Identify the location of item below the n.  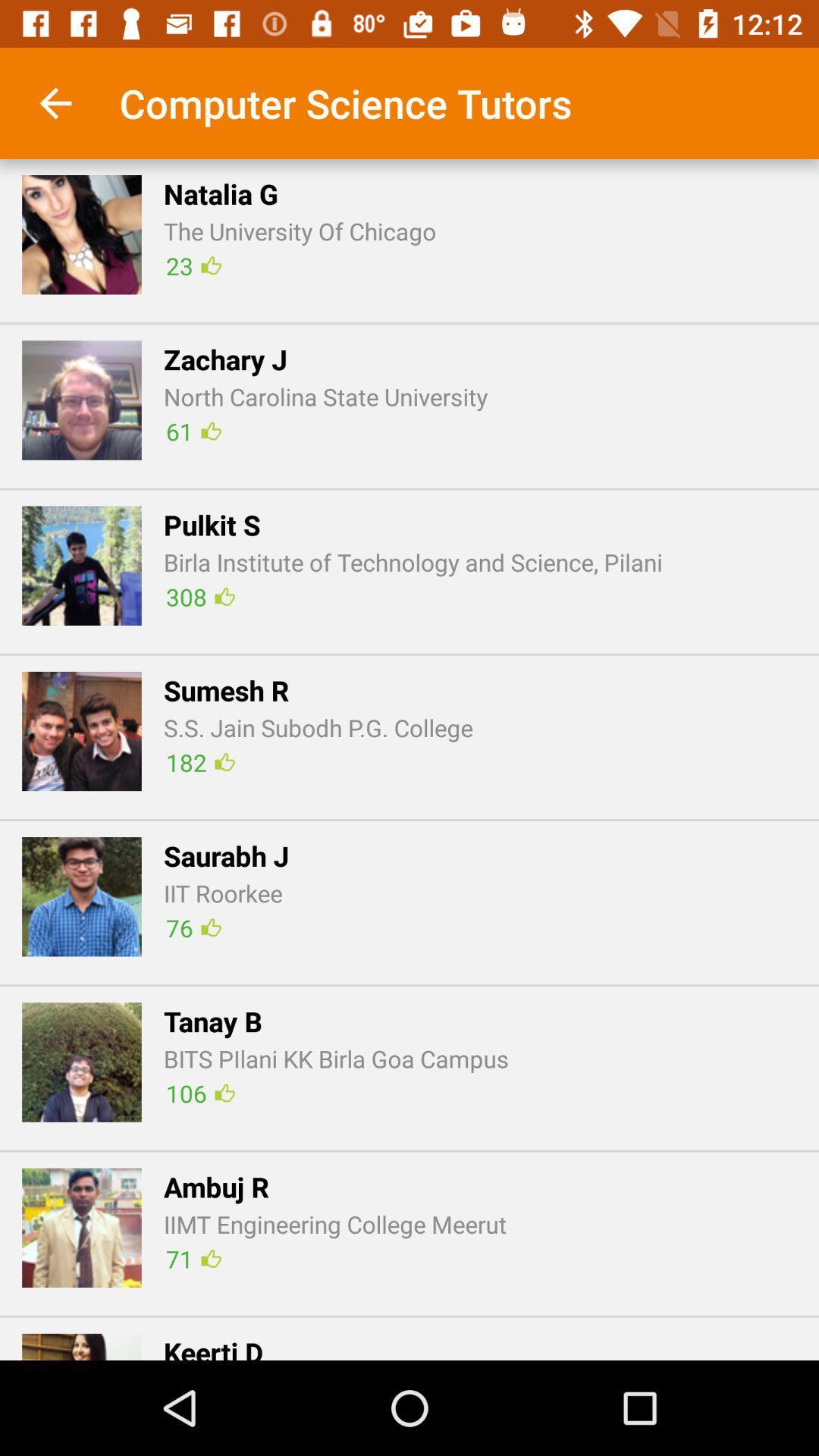
(409, 322).